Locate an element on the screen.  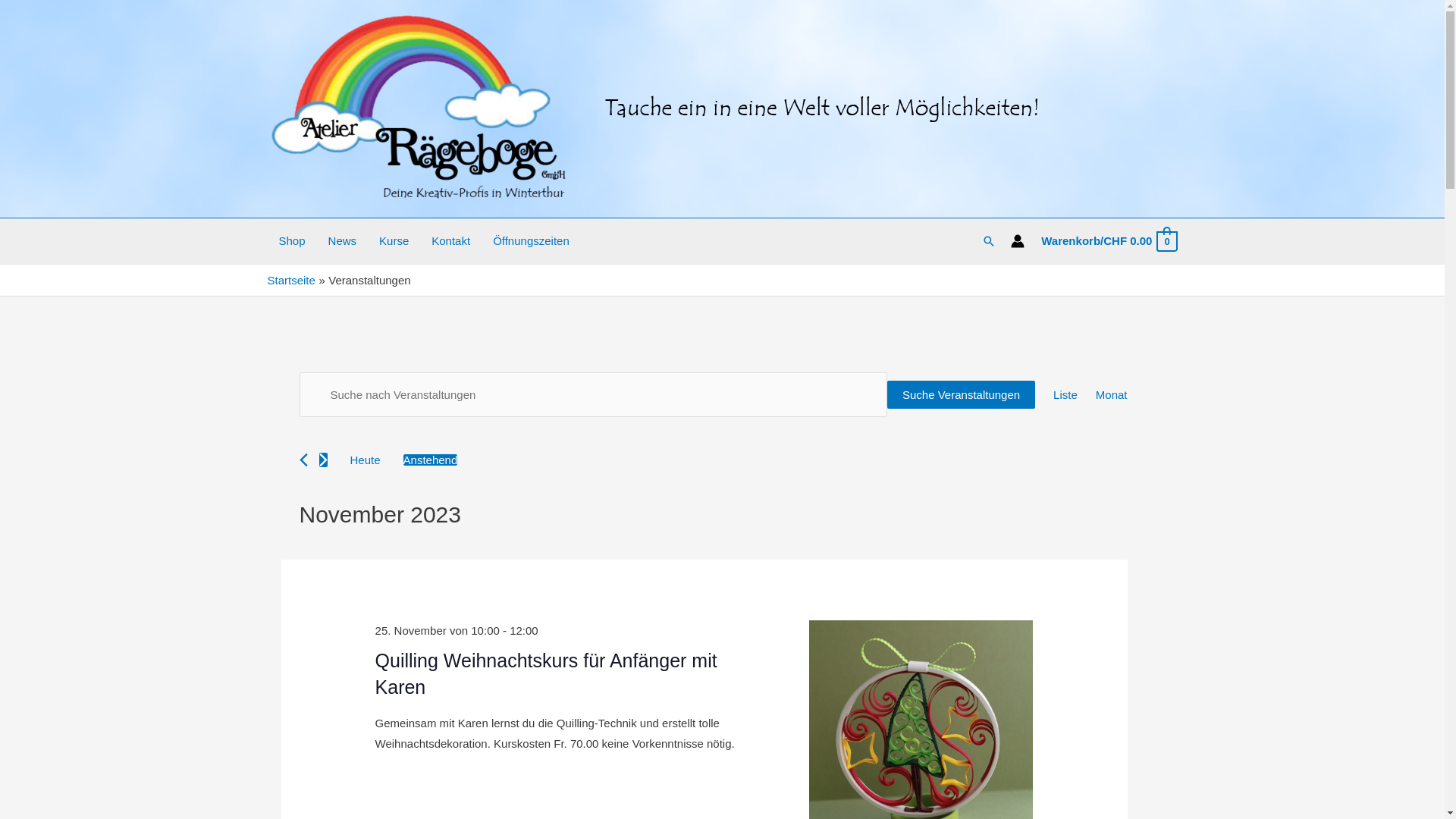
'News' is located at coordinates (341, 240).